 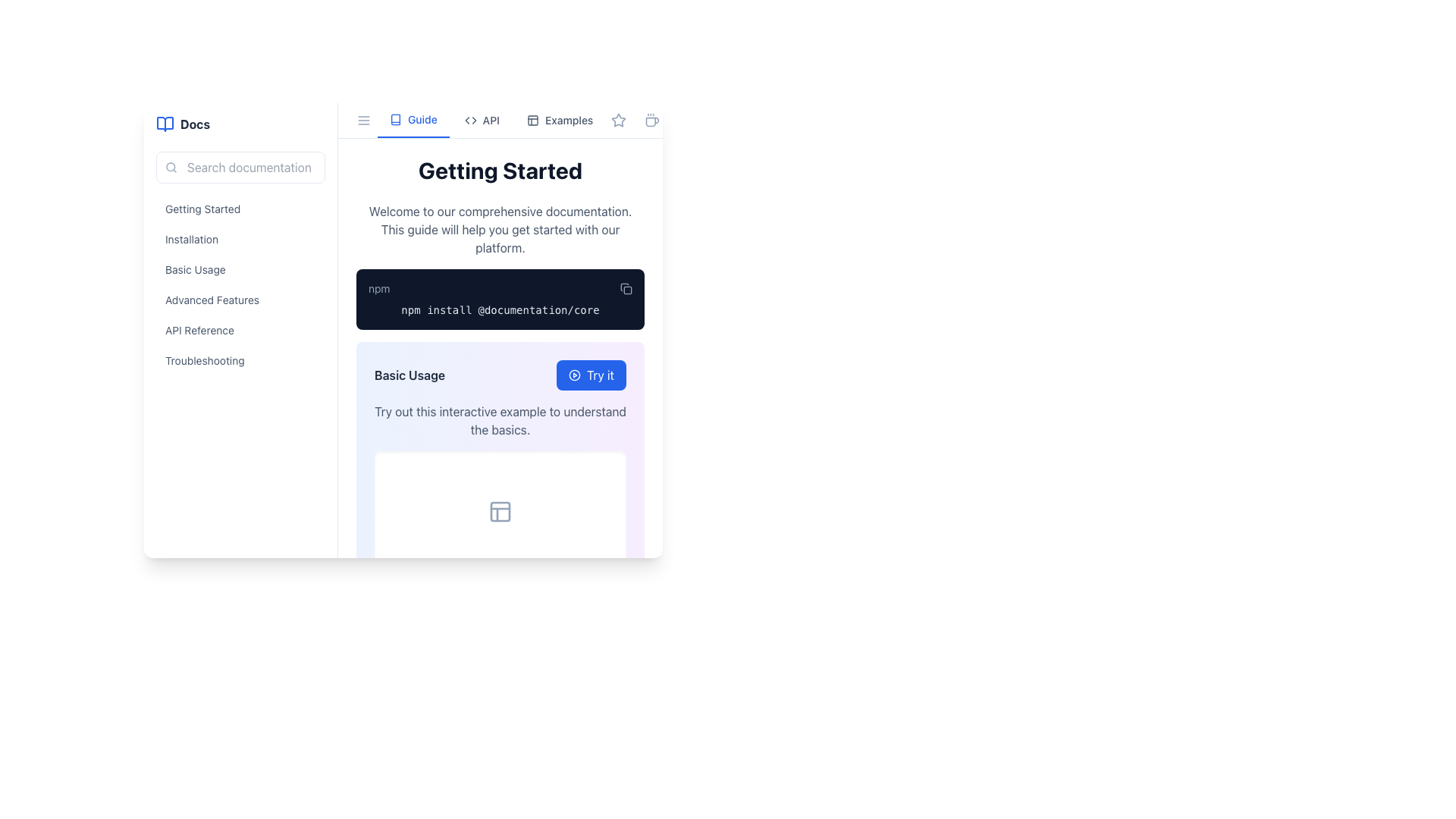 I want to click on the icon representing documentation, located in the sidebar to the left of the 'Docs' text, so click(x=165, y=124).